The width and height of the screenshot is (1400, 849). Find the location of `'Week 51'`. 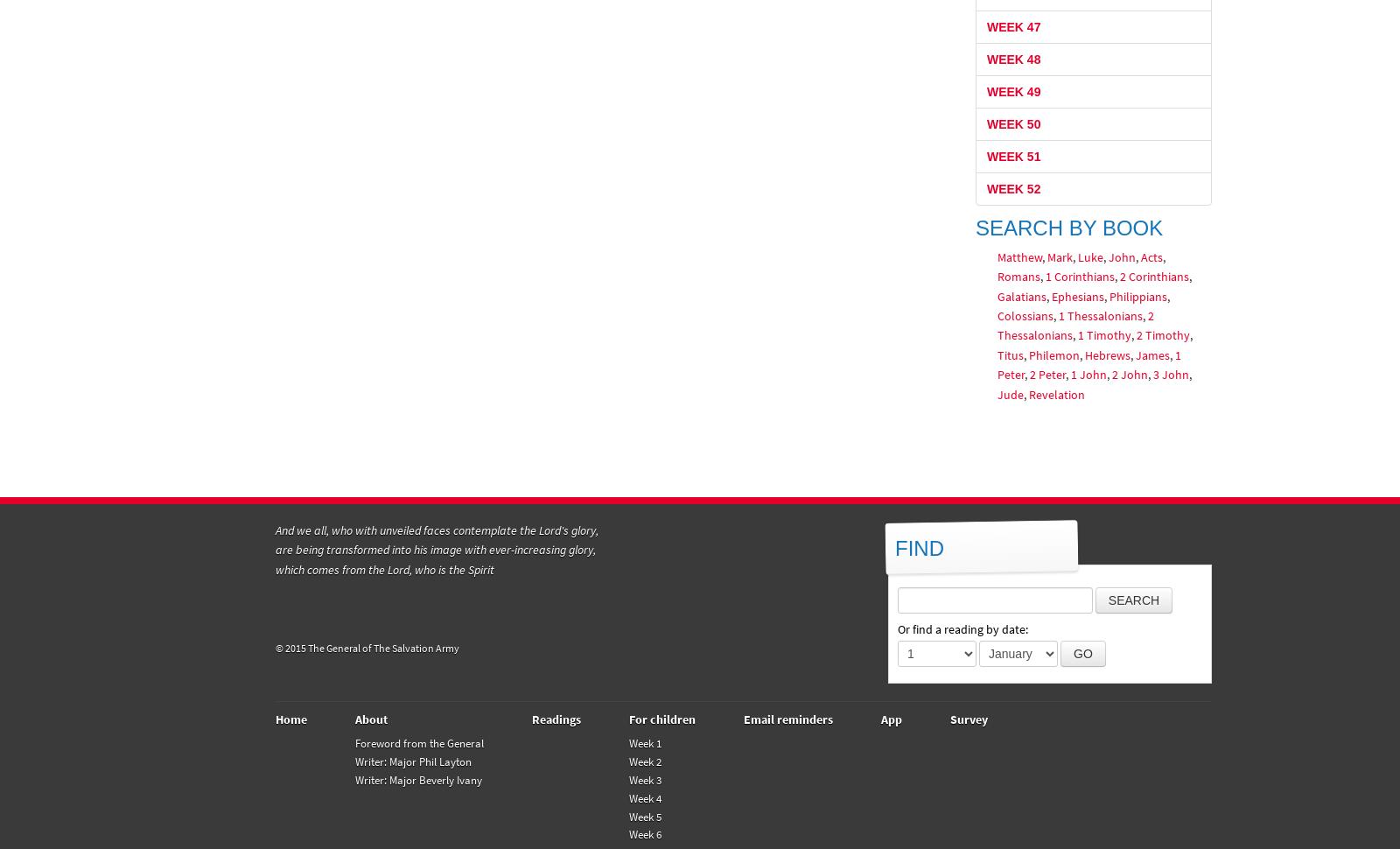

'Week 51' is located at coordinates (1013, 154).